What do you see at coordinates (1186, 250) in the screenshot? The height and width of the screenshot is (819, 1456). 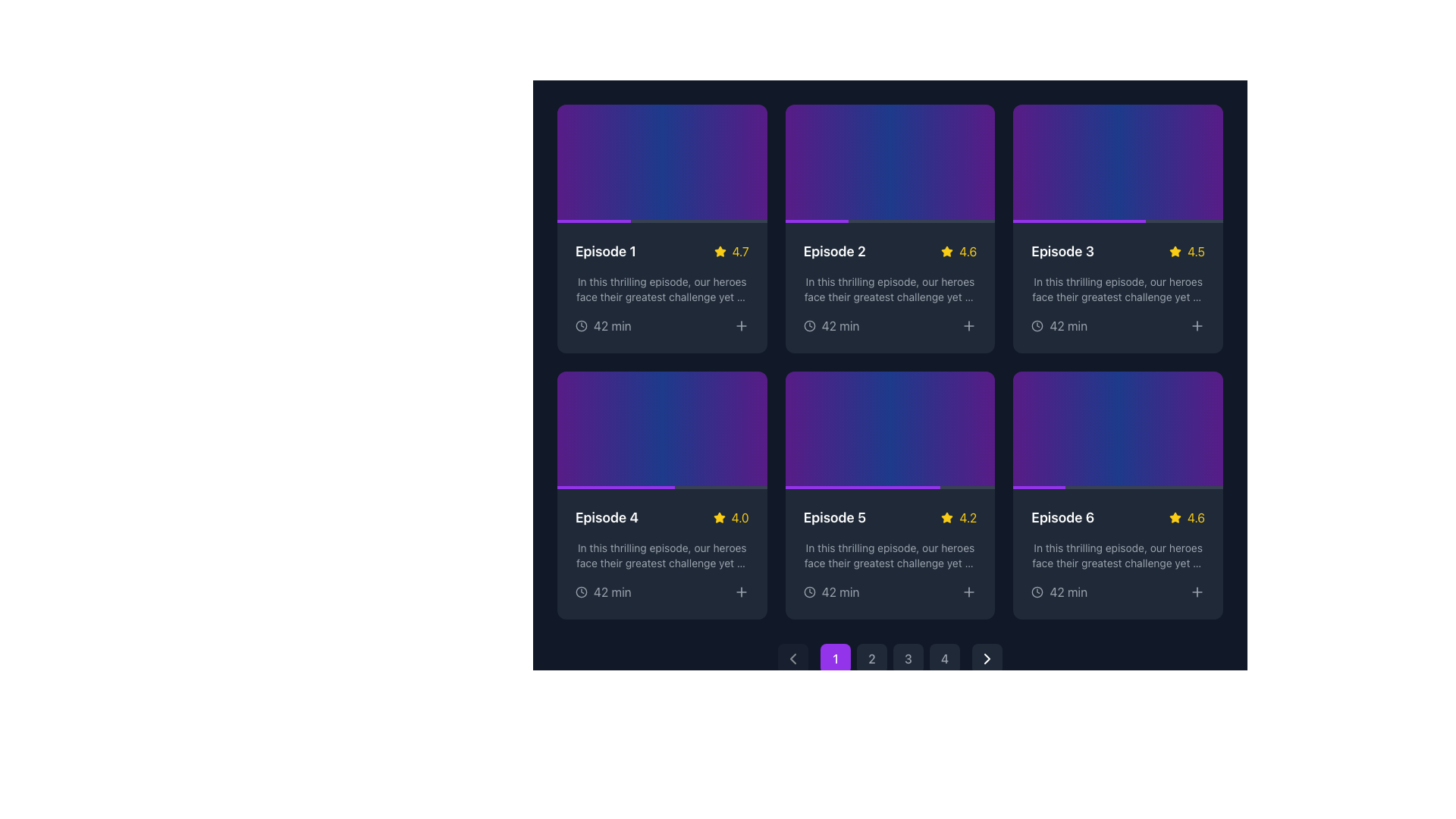 I see `the Rating Display element, which consists of a yellow star icon followed by the numerical text '4.5', located in the top-right corner of the 'Episode 3' card` at bounding box center [1186, 250].